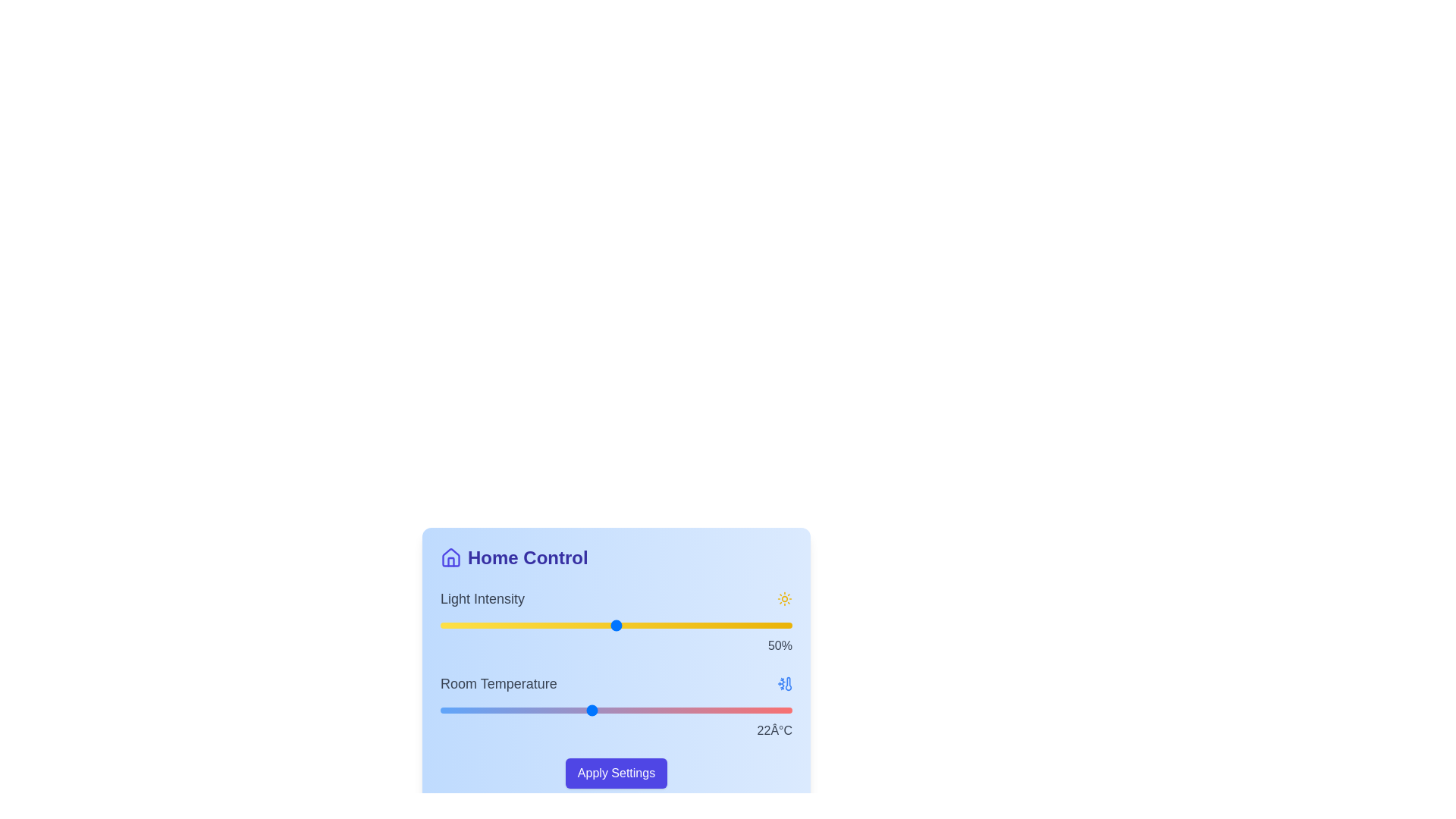 This screenshot has height=819, width=1456. I want to click on the light intensity slider to 81%, so click(724, 626).